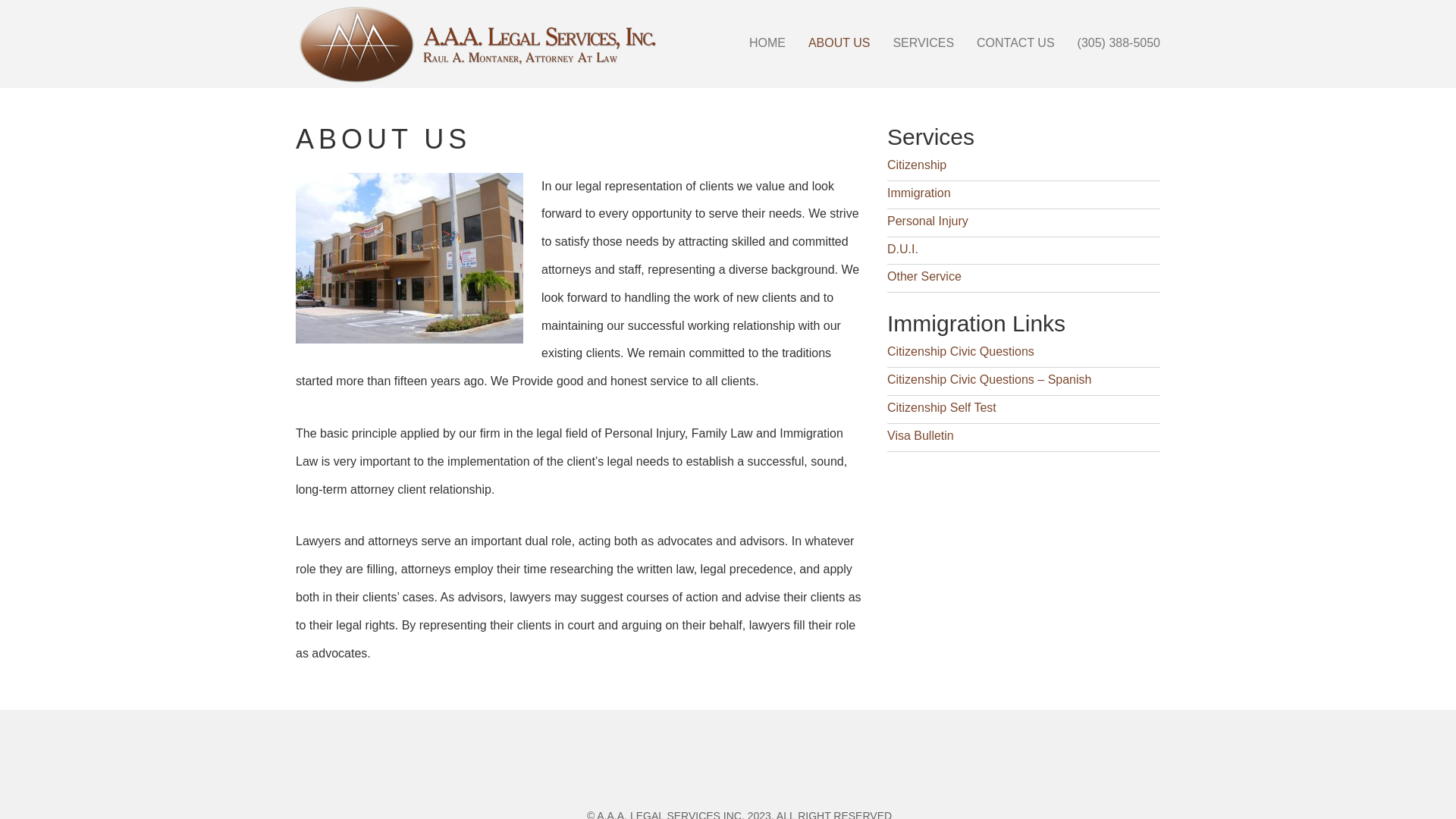 The image size is (1456, 819). I want to click on 'CONTACT US', so click(1015, 42).